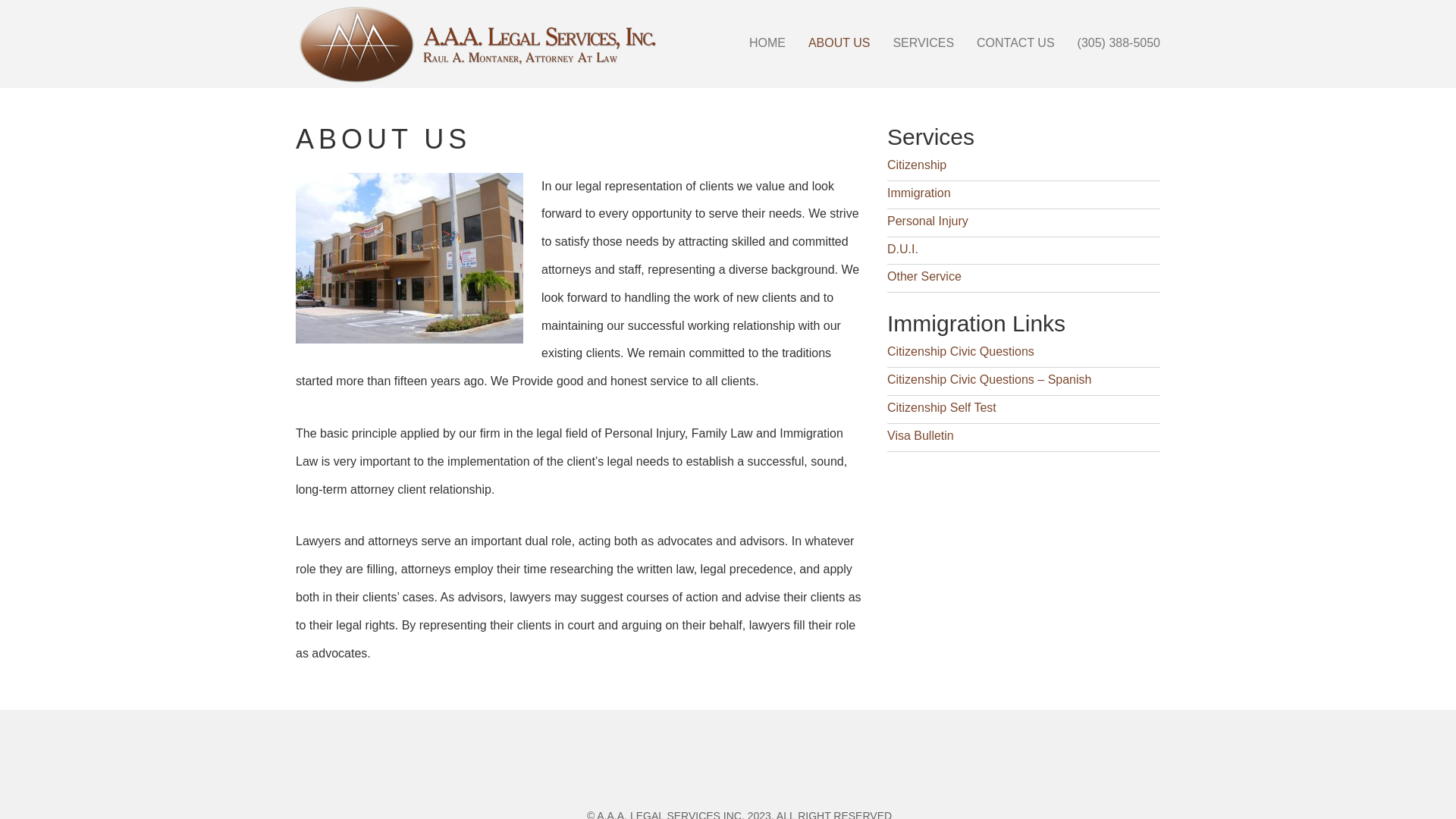 The image size is (1456, 819). I want to click on 'CONTACT US', so click(1015, 42).